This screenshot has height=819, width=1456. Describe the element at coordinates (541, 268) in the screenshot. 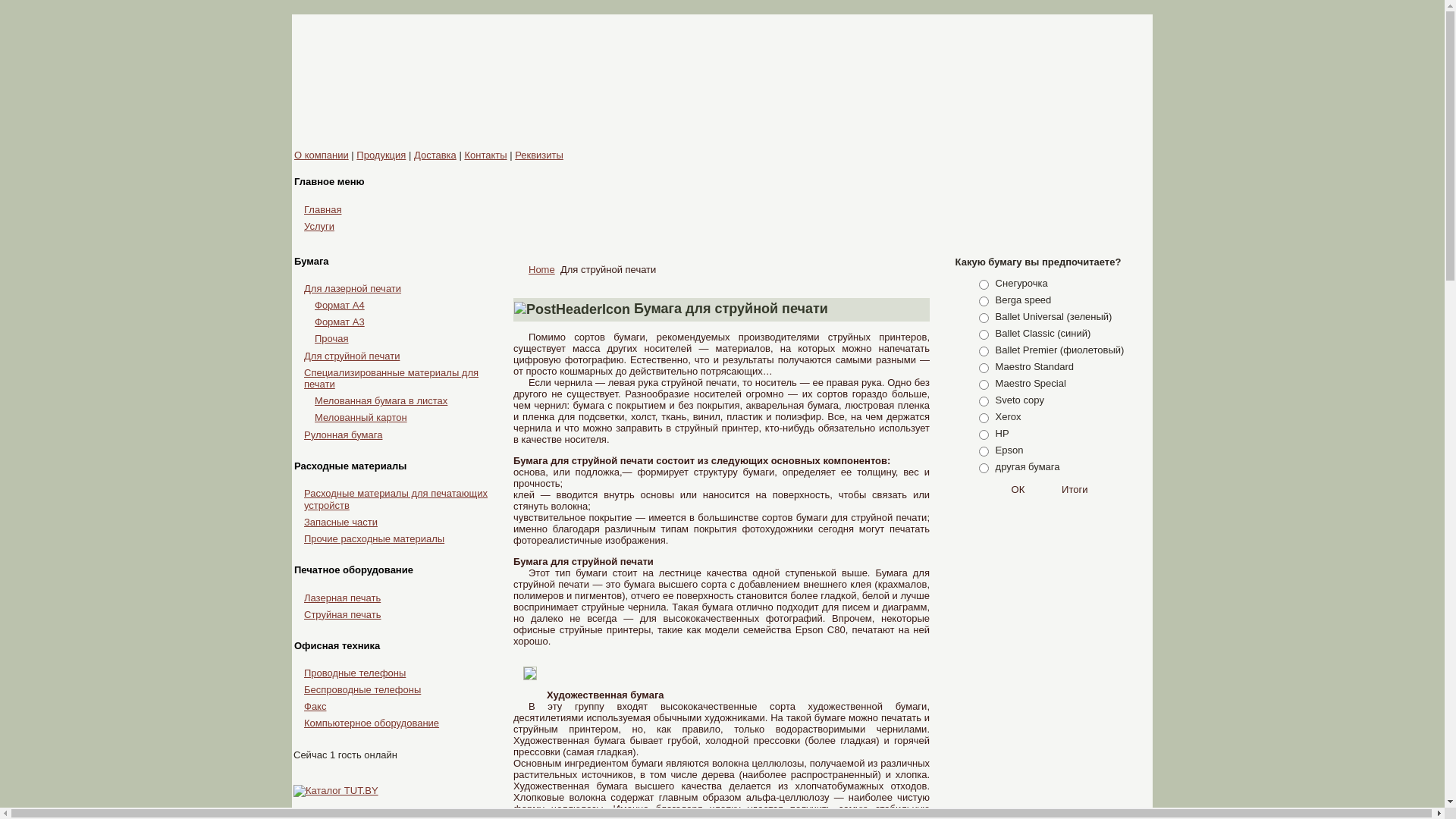

I see `'Home'` at that location.